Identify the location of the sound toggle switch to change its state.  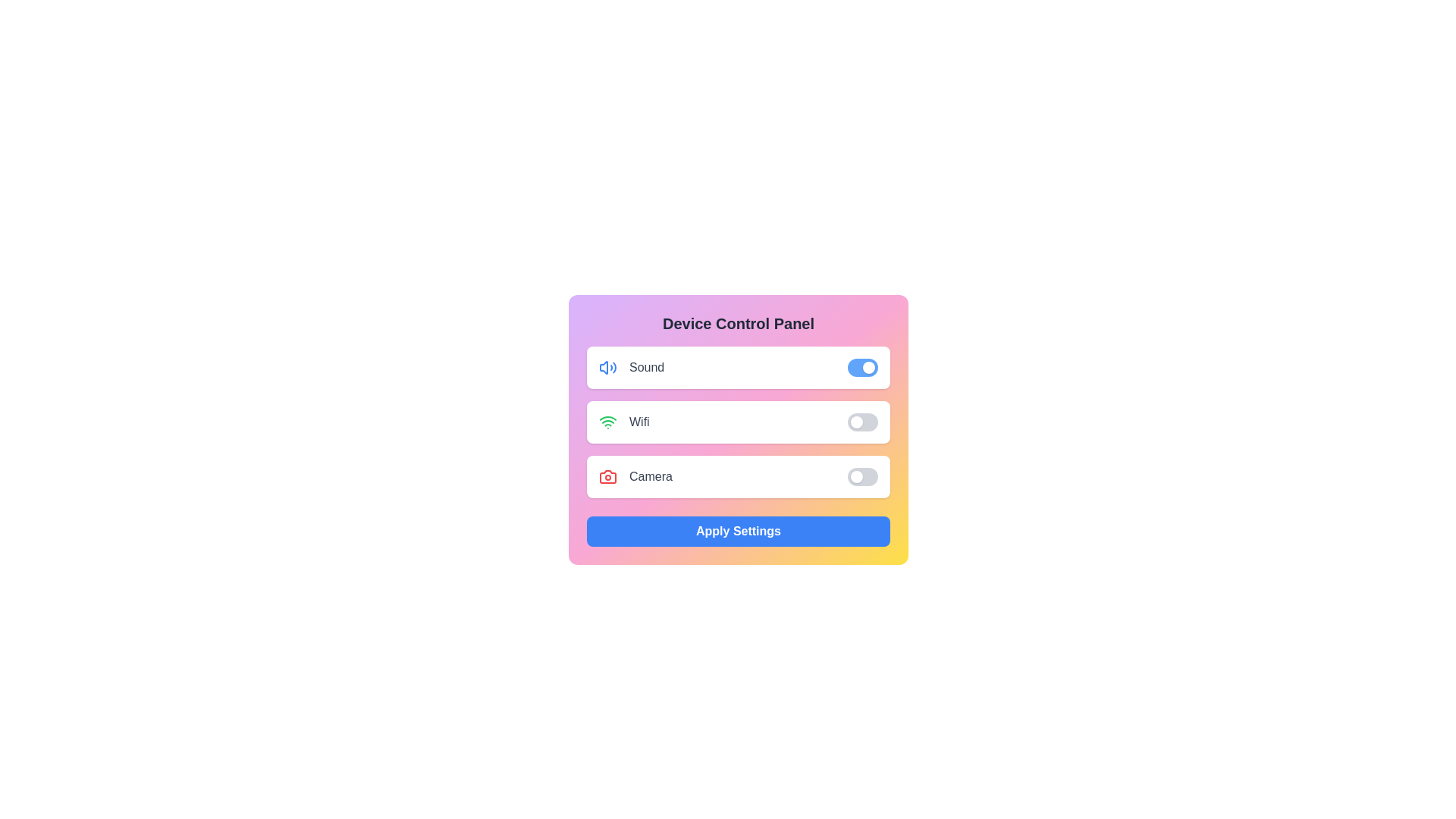
(862, 368).